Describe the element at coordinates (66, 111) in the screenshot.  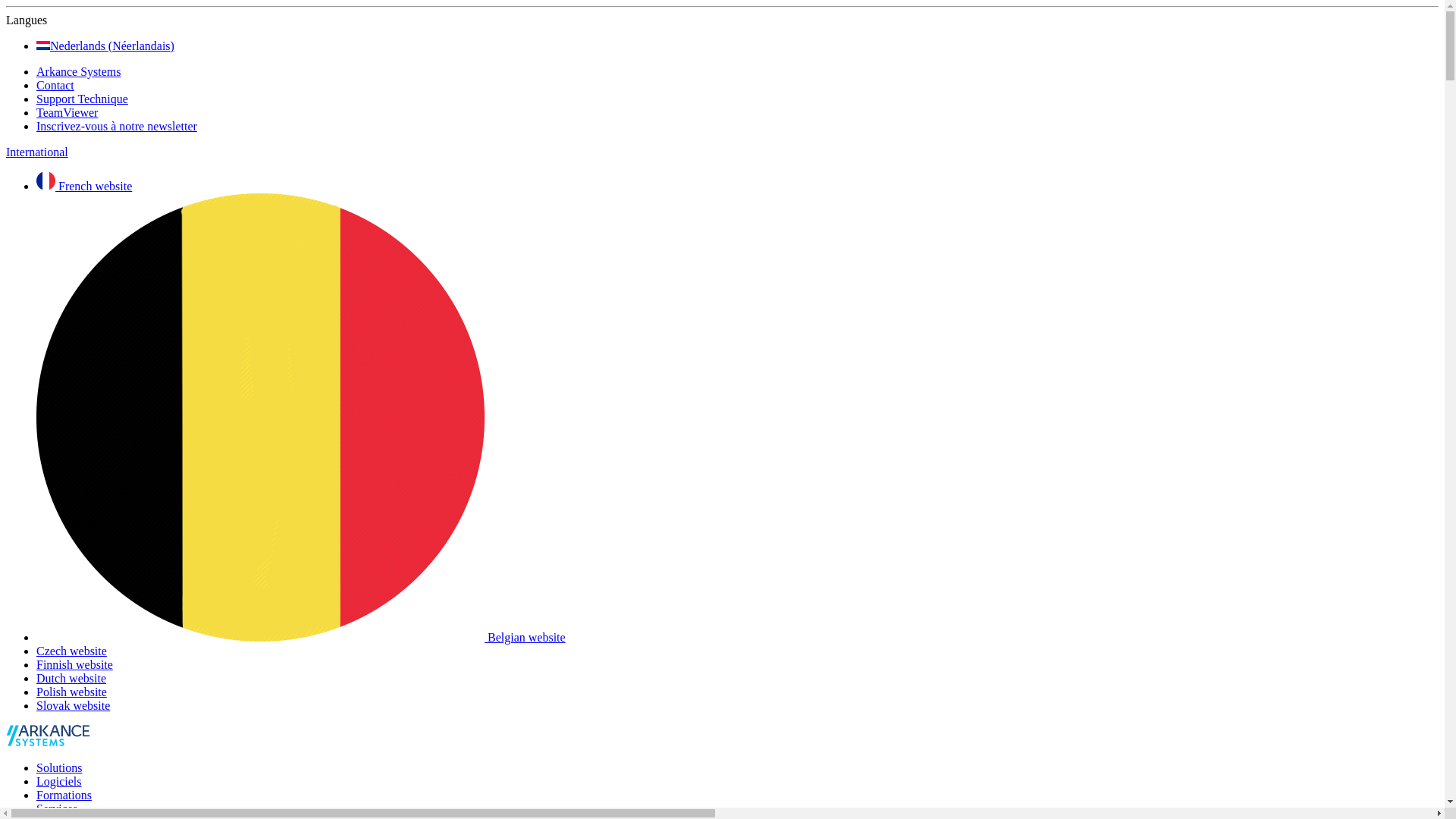
I see `'TeamViewer'` at that location.